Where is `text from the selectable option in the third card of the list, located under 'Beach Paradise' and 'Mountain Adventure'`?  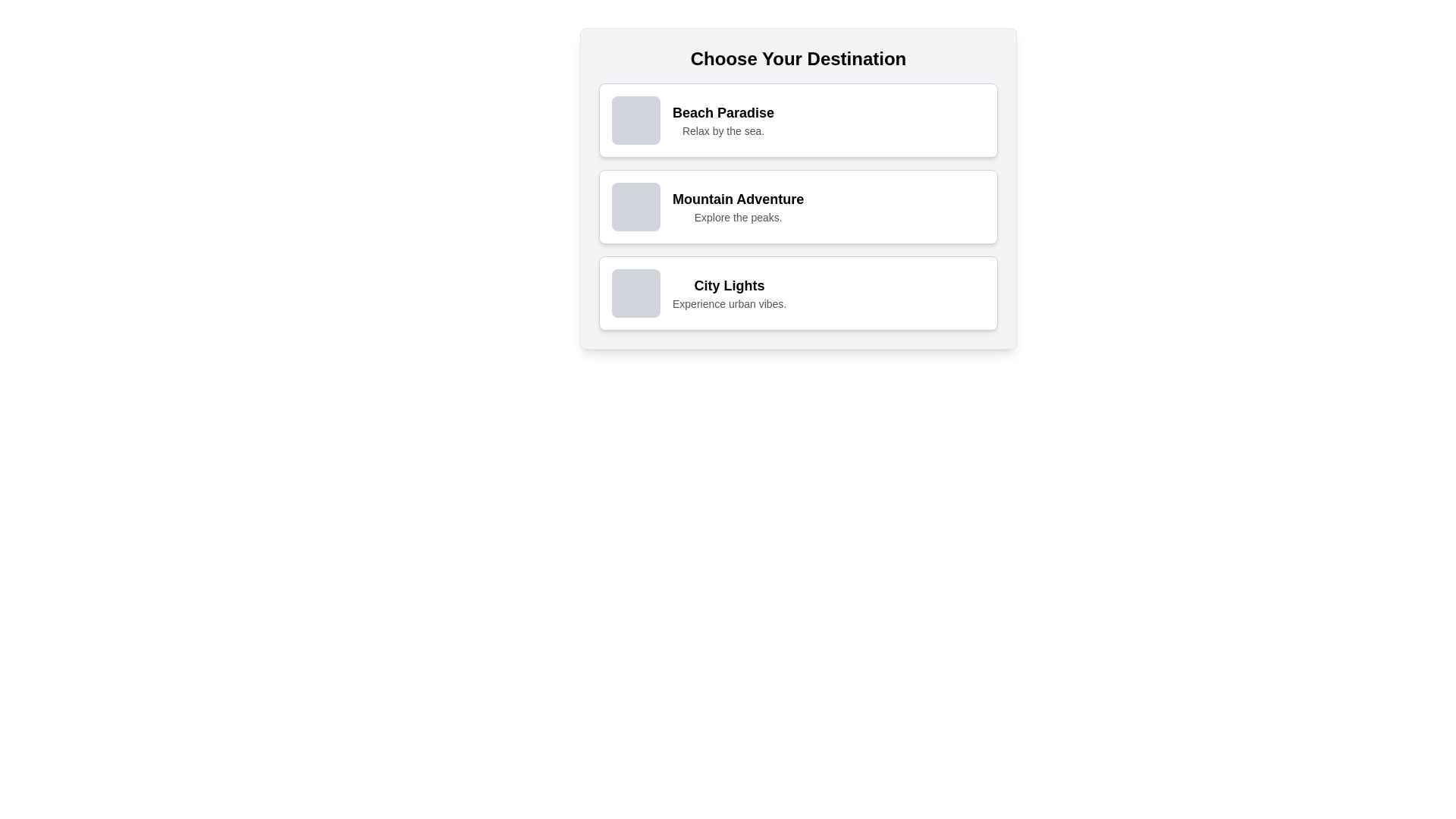 text from the selectable option in the third card of the list, located under 'Beach Paradise' and 'Mountain Adventure' is located at coordinates (729, 293).